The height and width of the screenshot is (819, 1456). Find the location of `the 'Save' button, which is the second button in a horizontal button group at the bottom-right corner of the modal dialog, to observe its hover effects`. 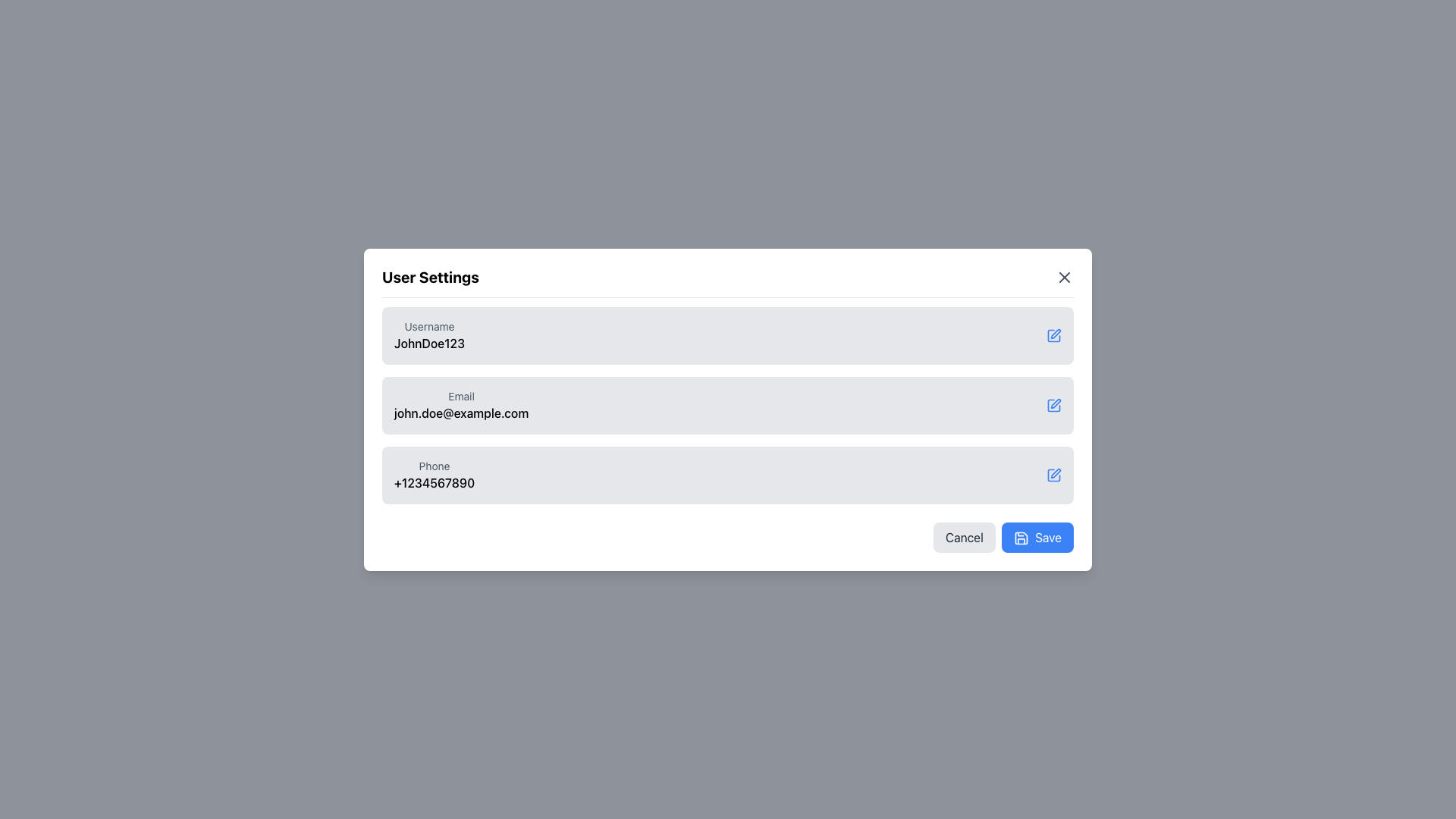

the 'Save' button, which is the second button in a horizontal button group at the bottom-right corner of the modal dialog, to observe its hover effects is located at coordinates (1037, 536).